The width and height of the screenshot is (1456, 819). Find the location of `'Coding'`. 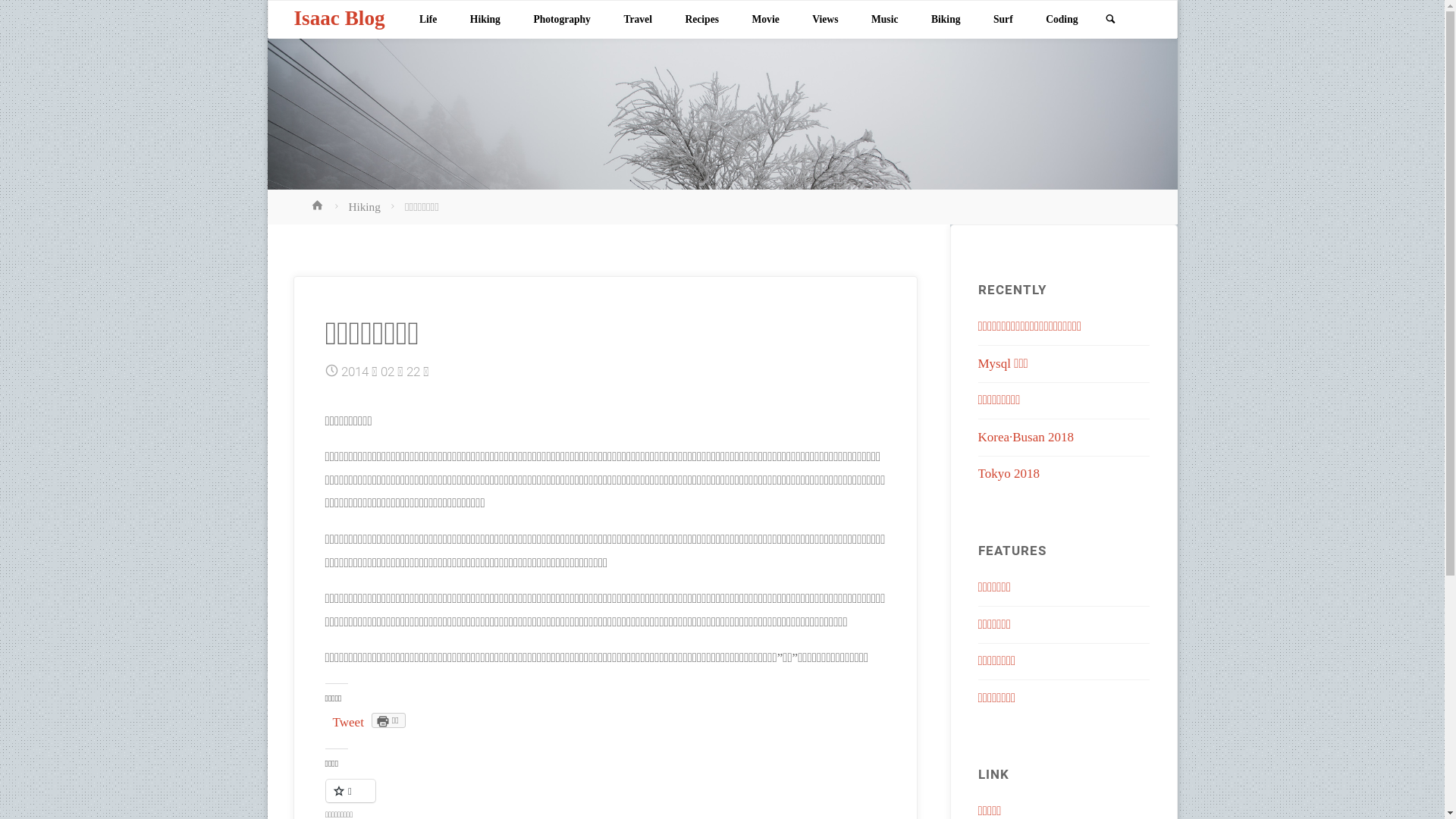

'Coding' is located at coordinates (1061, 20).